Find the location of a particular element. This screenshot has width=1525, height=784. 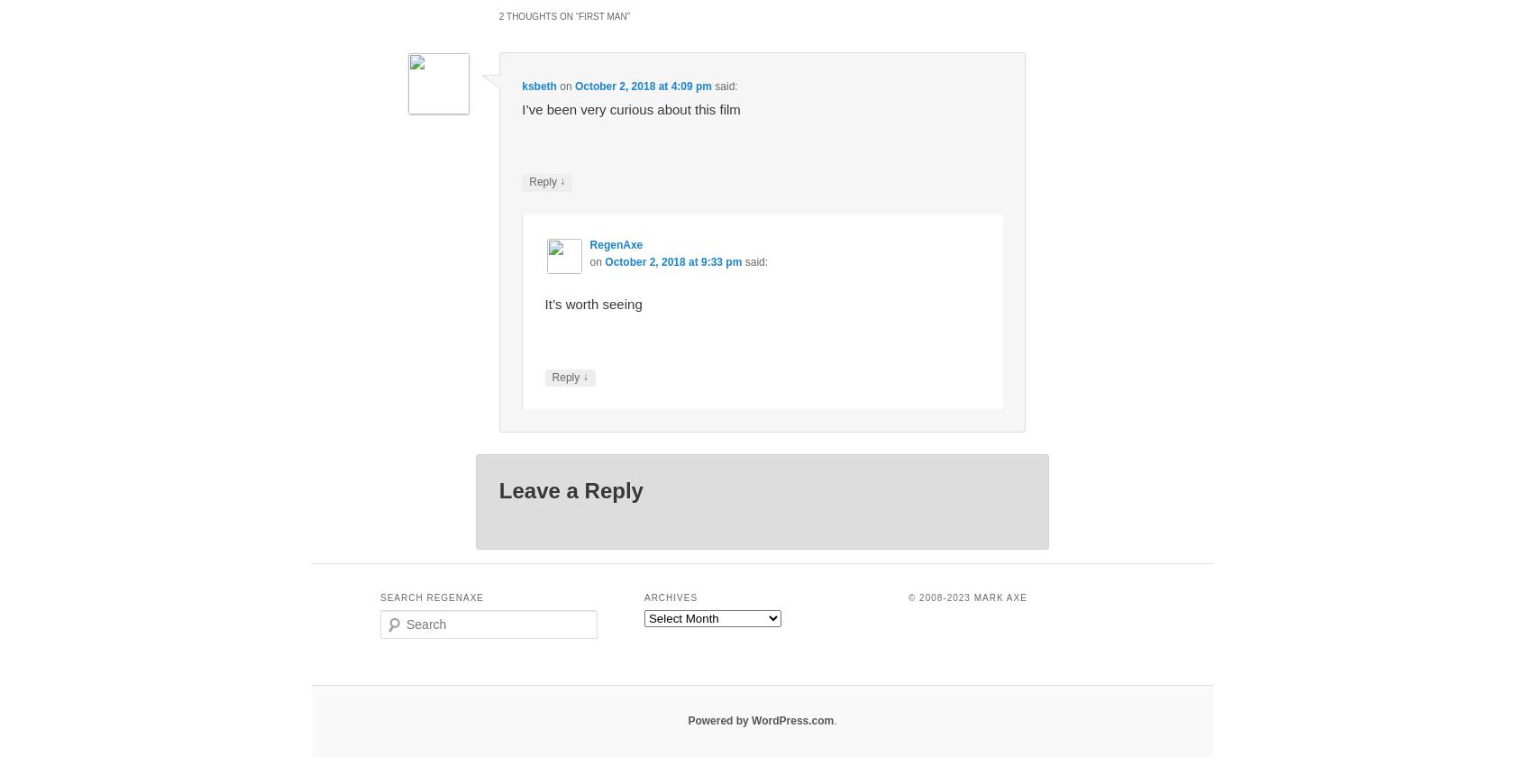

'October 2, 2018 at 4:09 pm' is located at coordinates (642, 85).